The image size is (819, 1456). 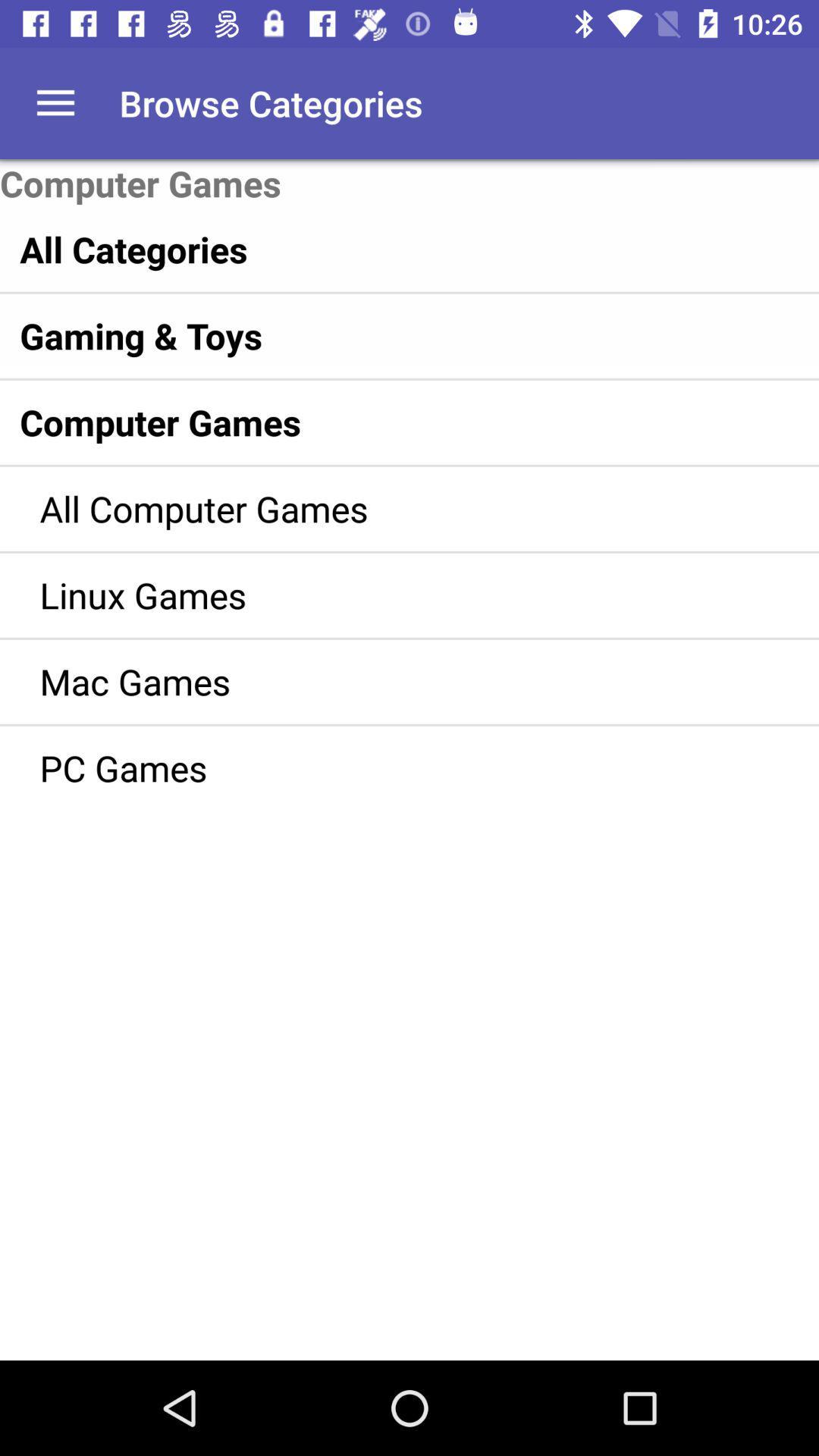 What do you see at coordinates (376, 334) in the screenshot?
I see `item below all categories item` at bounding box center [376, 334].